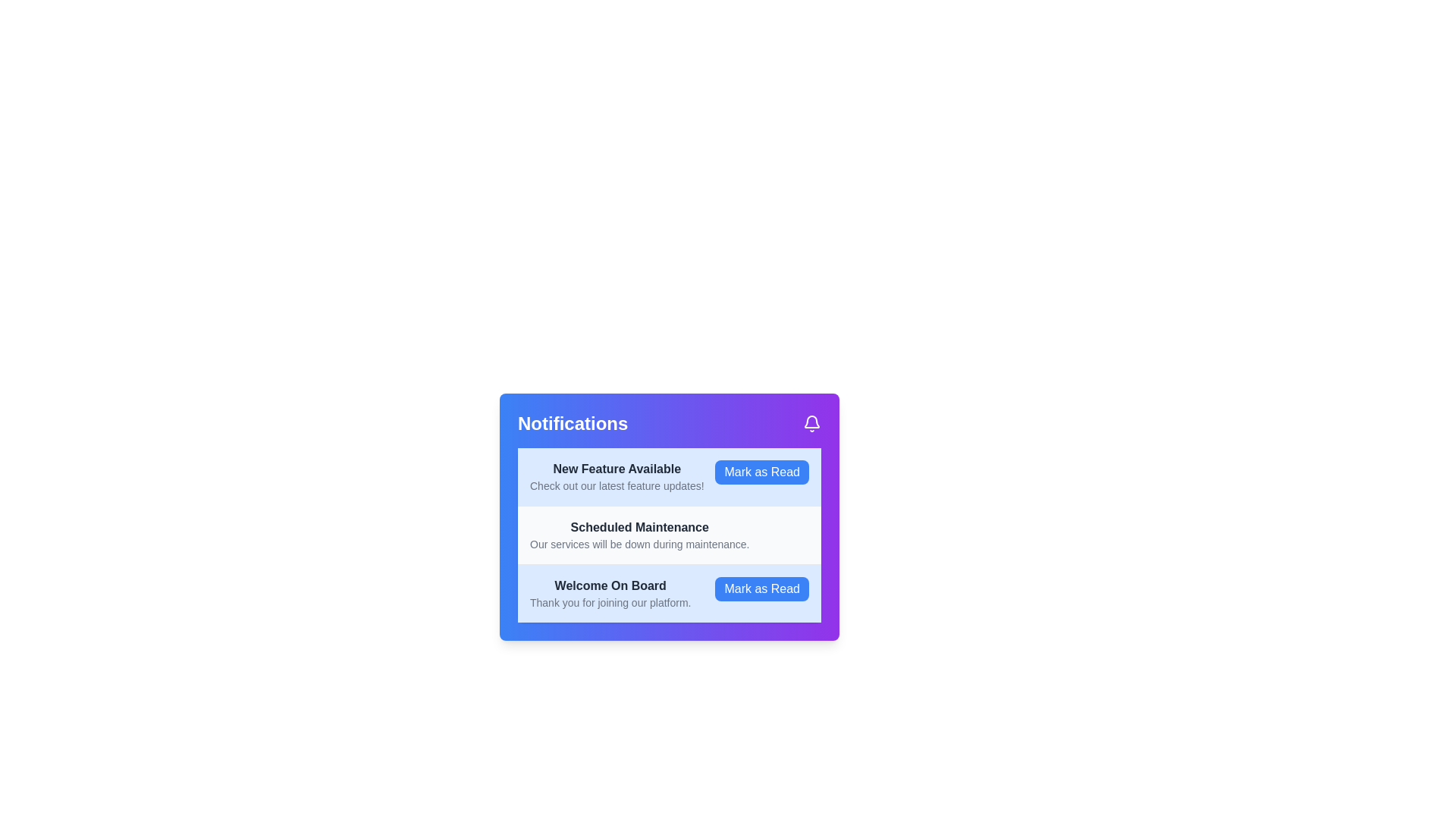  I want to click on the button in the top-right corner of the 'New Feature Available' notification card to modify its appearance and indicate interactivity, so click(762, 472).